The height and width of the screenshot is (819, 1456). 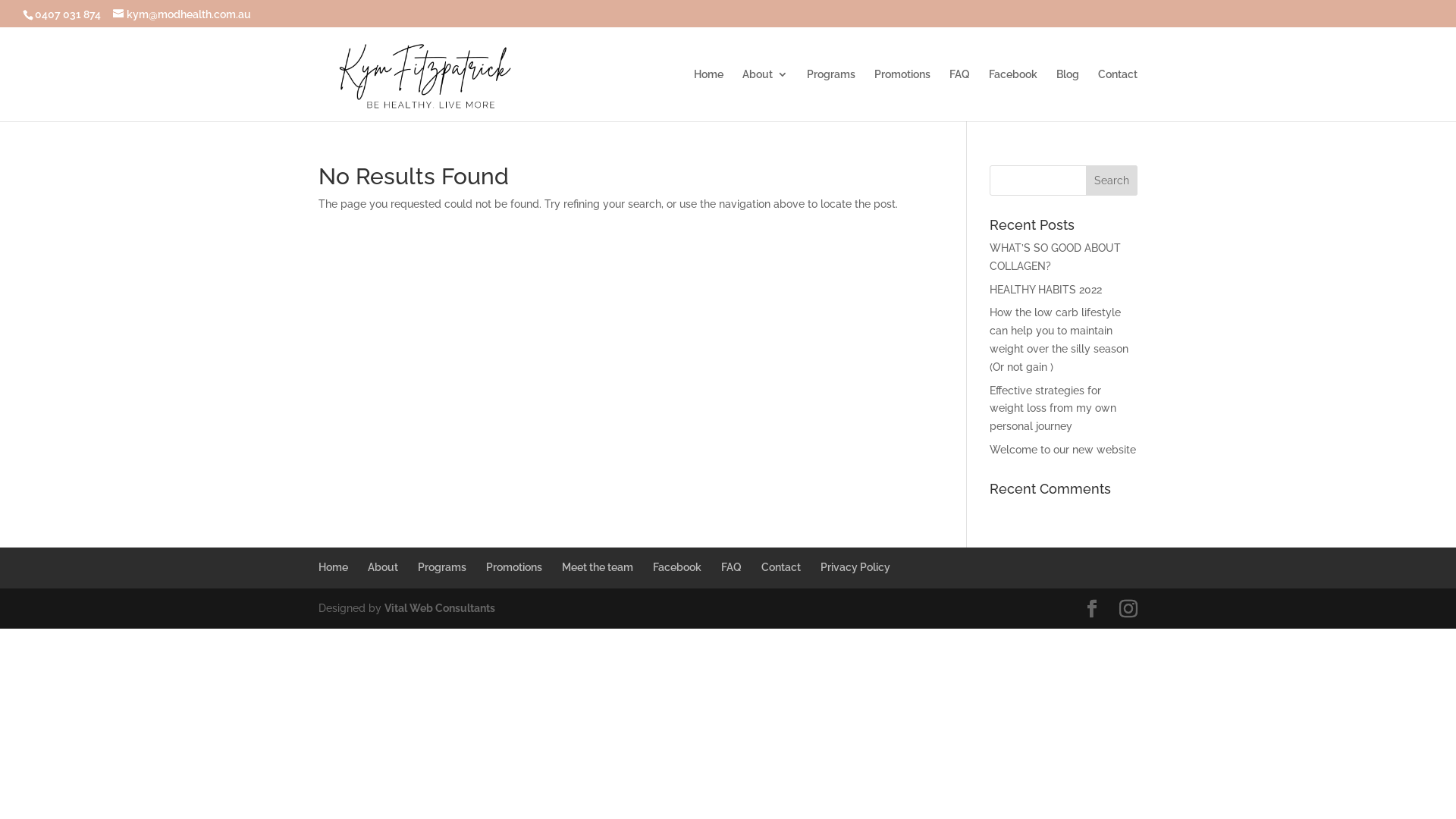 What do you see at coordinates (676, 567) in the screenshot?
I see `'Facebook'` at bounding box center [676, 567].